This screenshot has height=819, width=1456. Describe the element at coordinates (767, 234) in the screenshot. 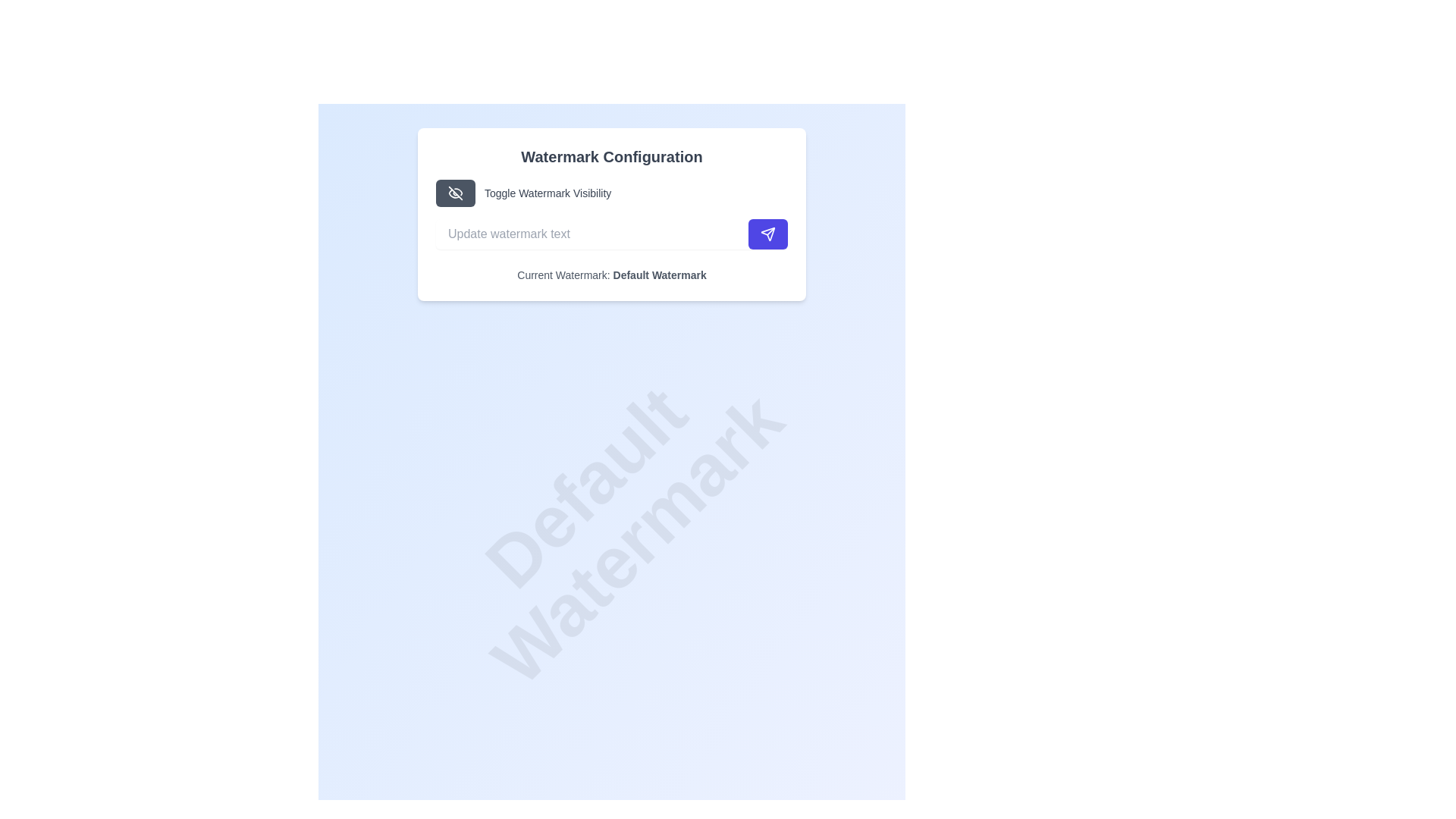

I see `the action button located to the far right of the input box` at that location.